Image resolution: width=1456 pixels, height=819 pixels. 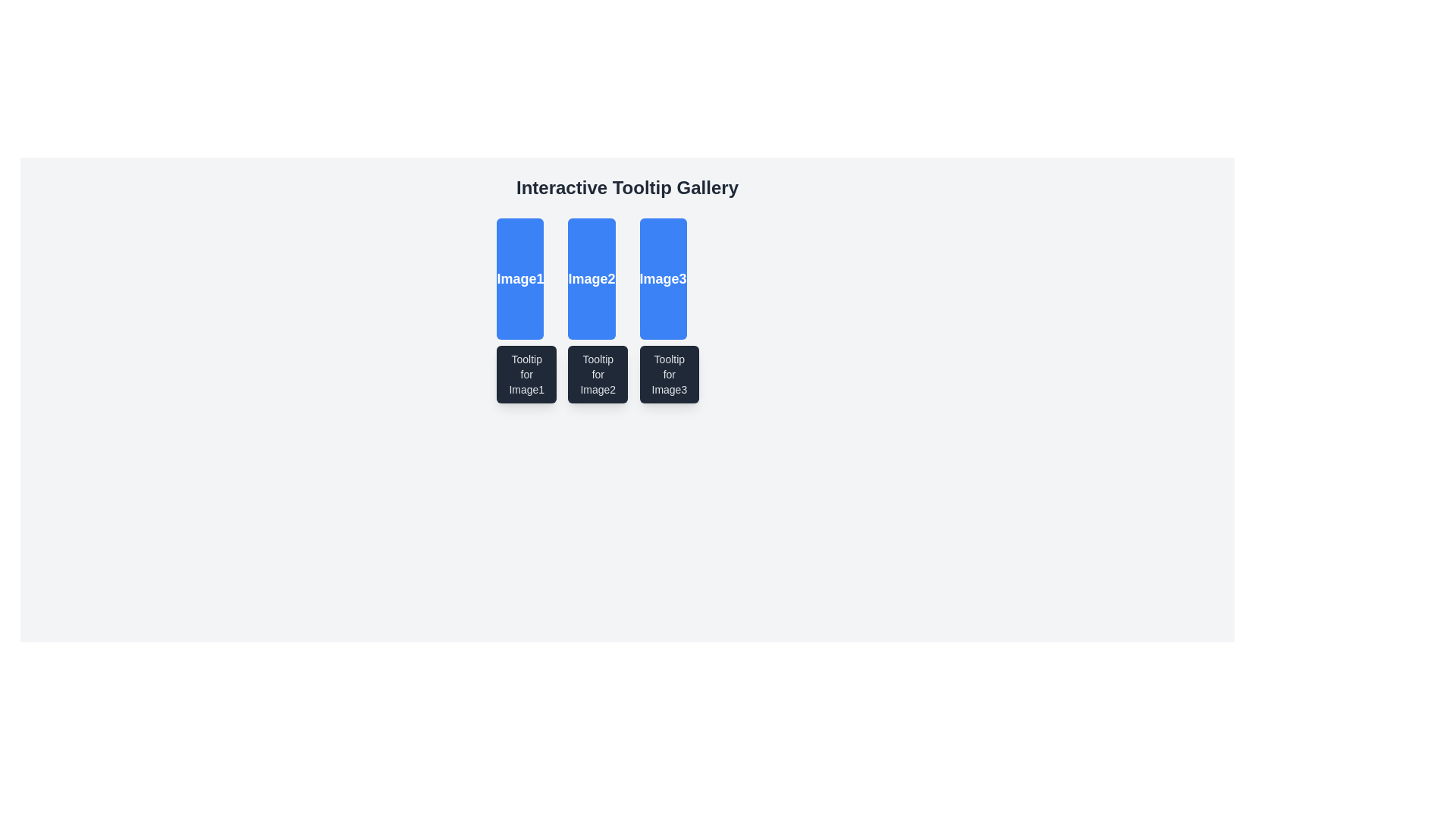 I want to click on the Image button labeled 'Image2' which has a blue background and is the second element in a three-column layout, so click(x=591, y=278).